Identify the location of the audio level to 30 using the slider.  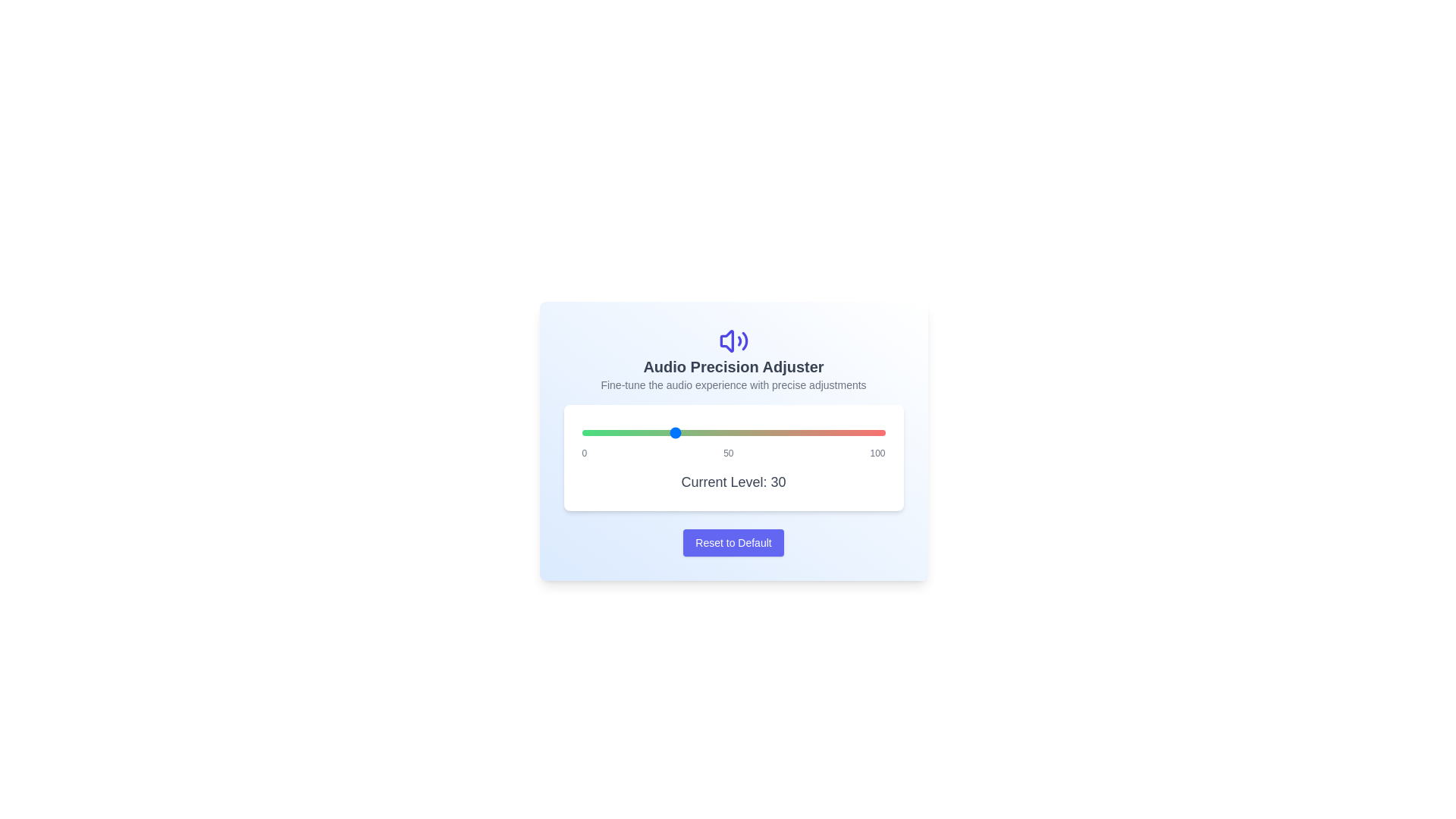
(672, 432).